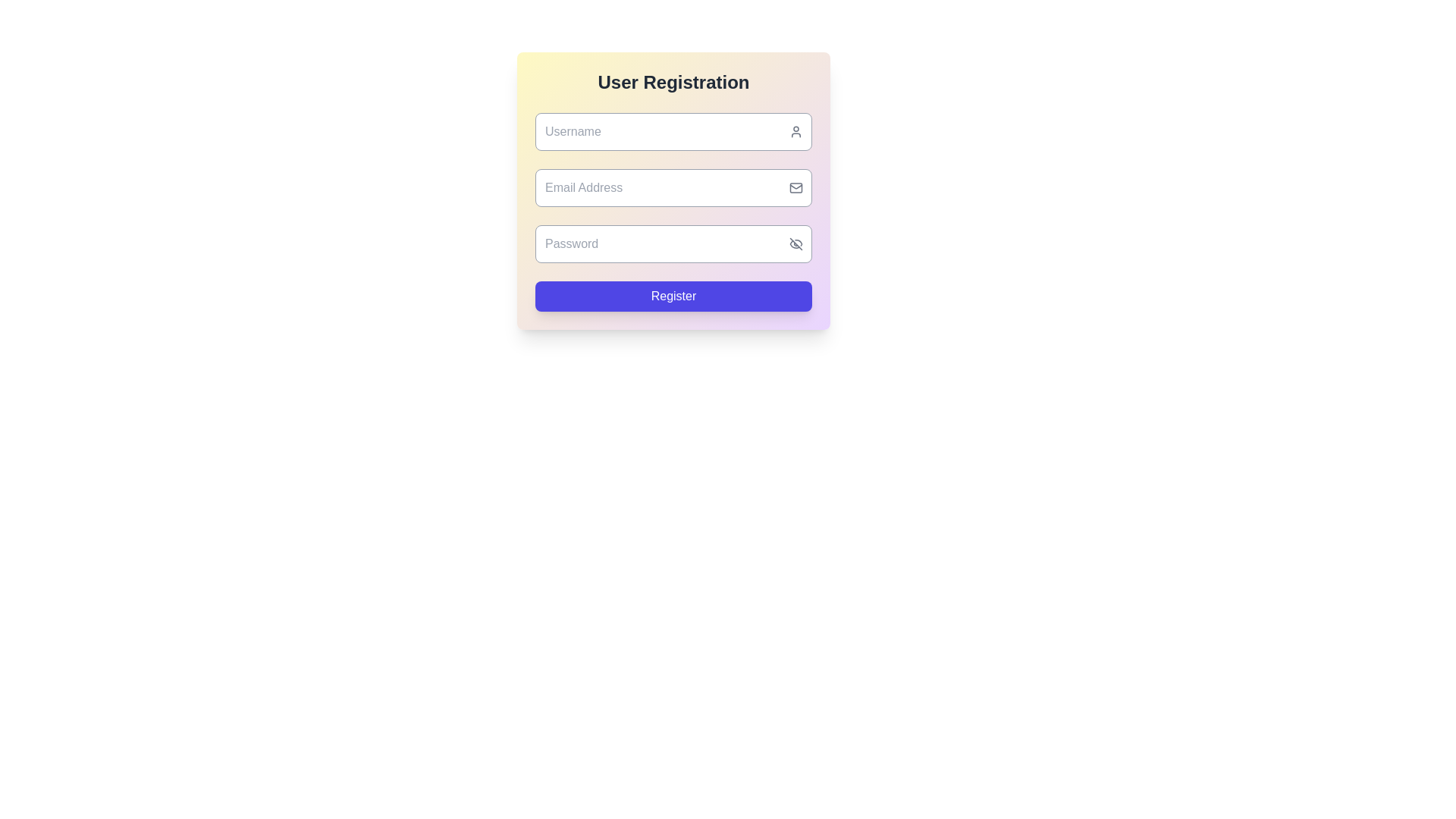 This screenshot has height=819, width=1456. What do you see at coordinates (673, 212) in the screenshot?
I see `the input fields of the registration form located centrally beneath the 'User Registration' heading to type in user information` at bounding box center [673, 212].